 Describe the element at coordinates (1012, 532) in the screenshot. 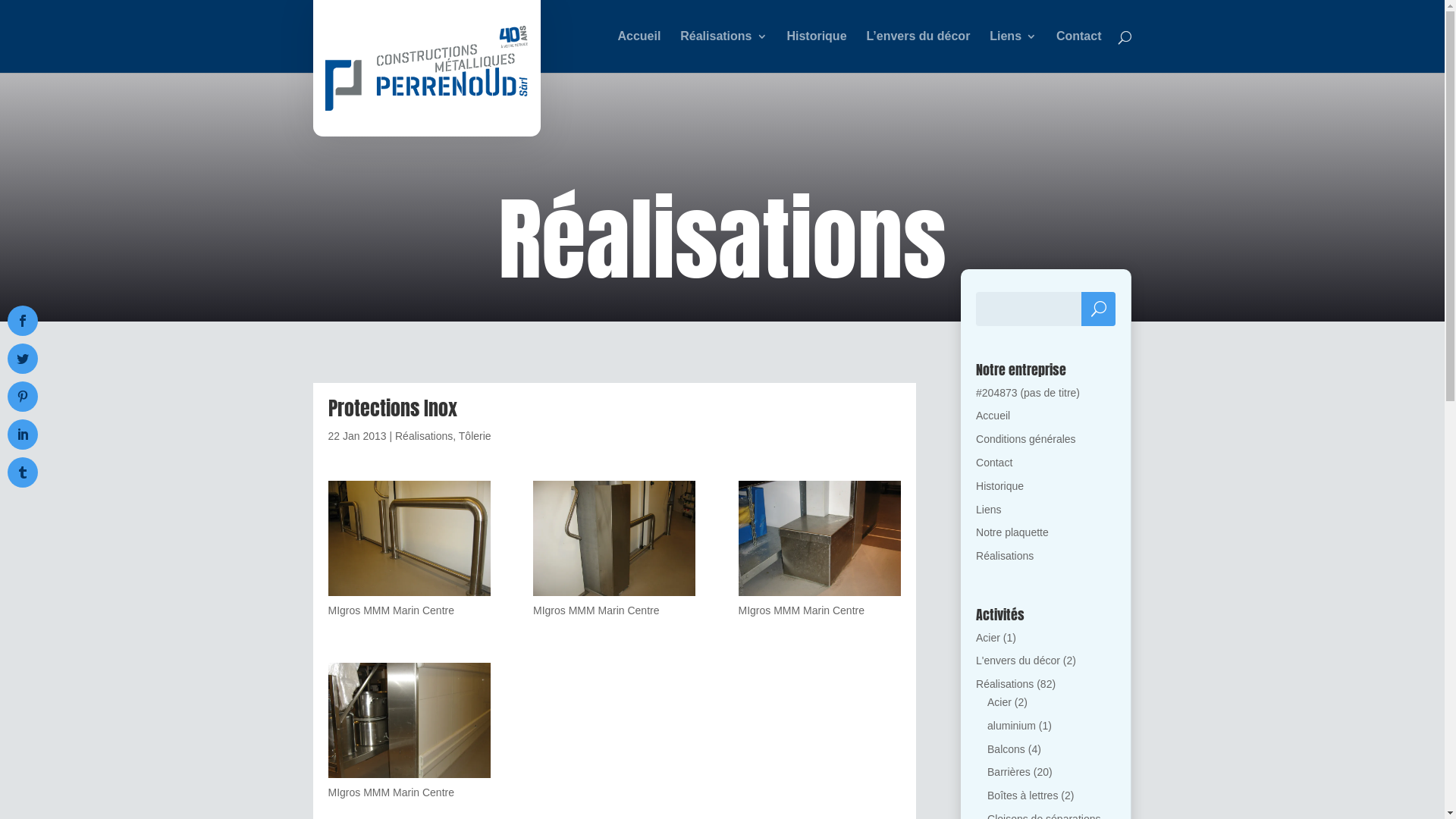

I see `'Notre plaquette'` at that location.